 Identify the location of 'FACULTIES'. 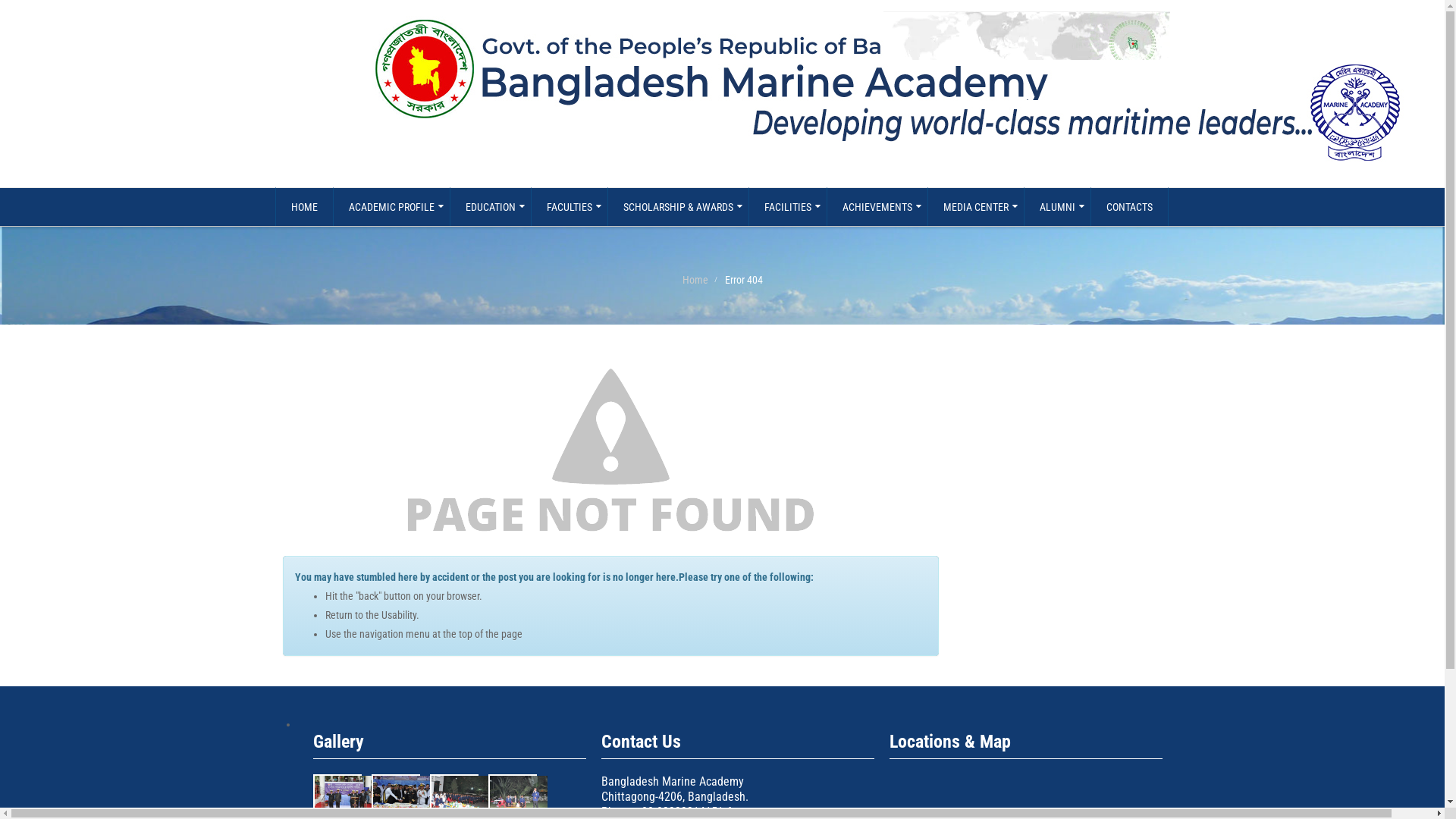
(531, 207).